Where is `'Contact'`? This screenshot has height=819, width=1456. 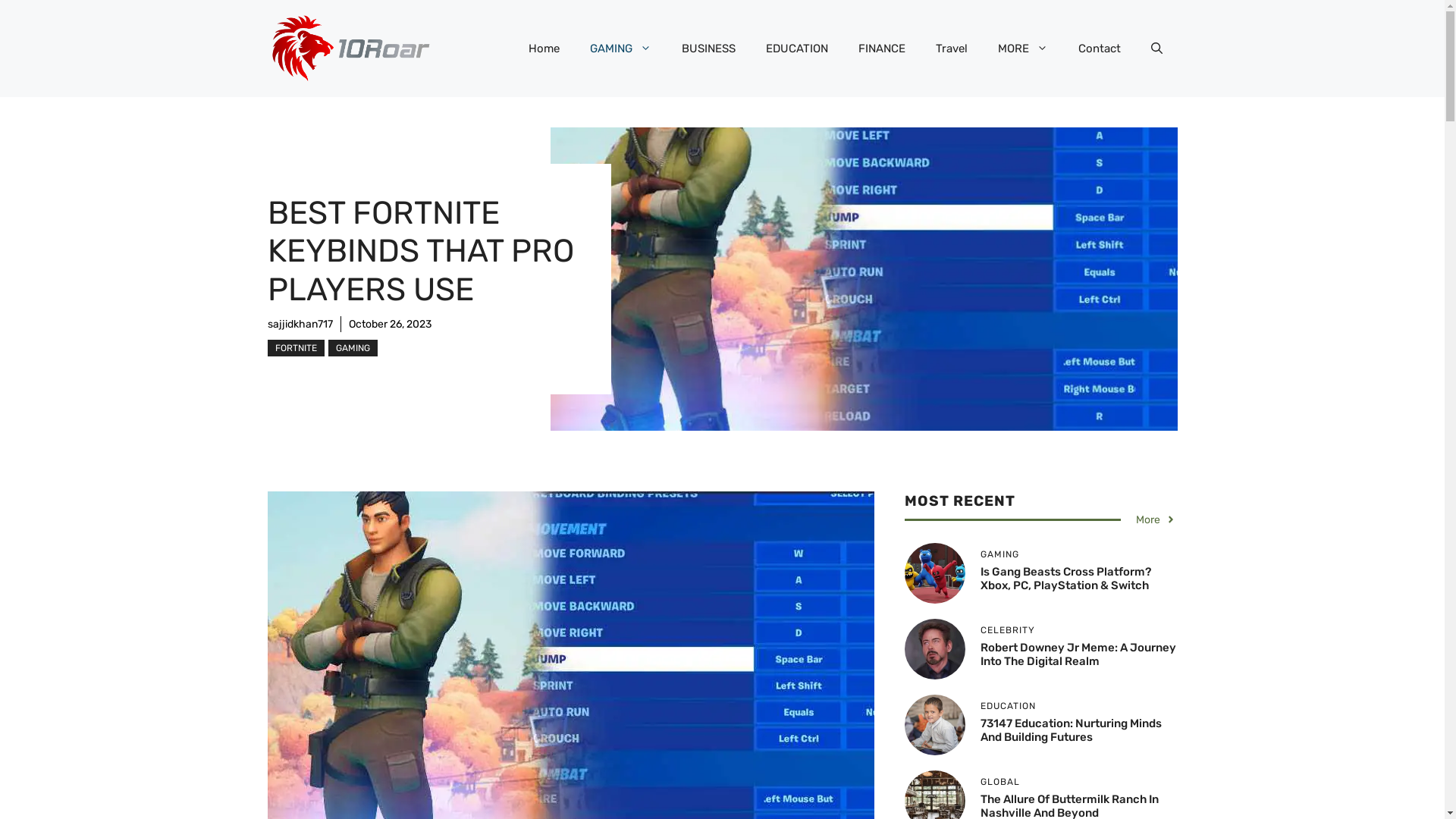 'Contact' is located at coordinates (1099, 48).